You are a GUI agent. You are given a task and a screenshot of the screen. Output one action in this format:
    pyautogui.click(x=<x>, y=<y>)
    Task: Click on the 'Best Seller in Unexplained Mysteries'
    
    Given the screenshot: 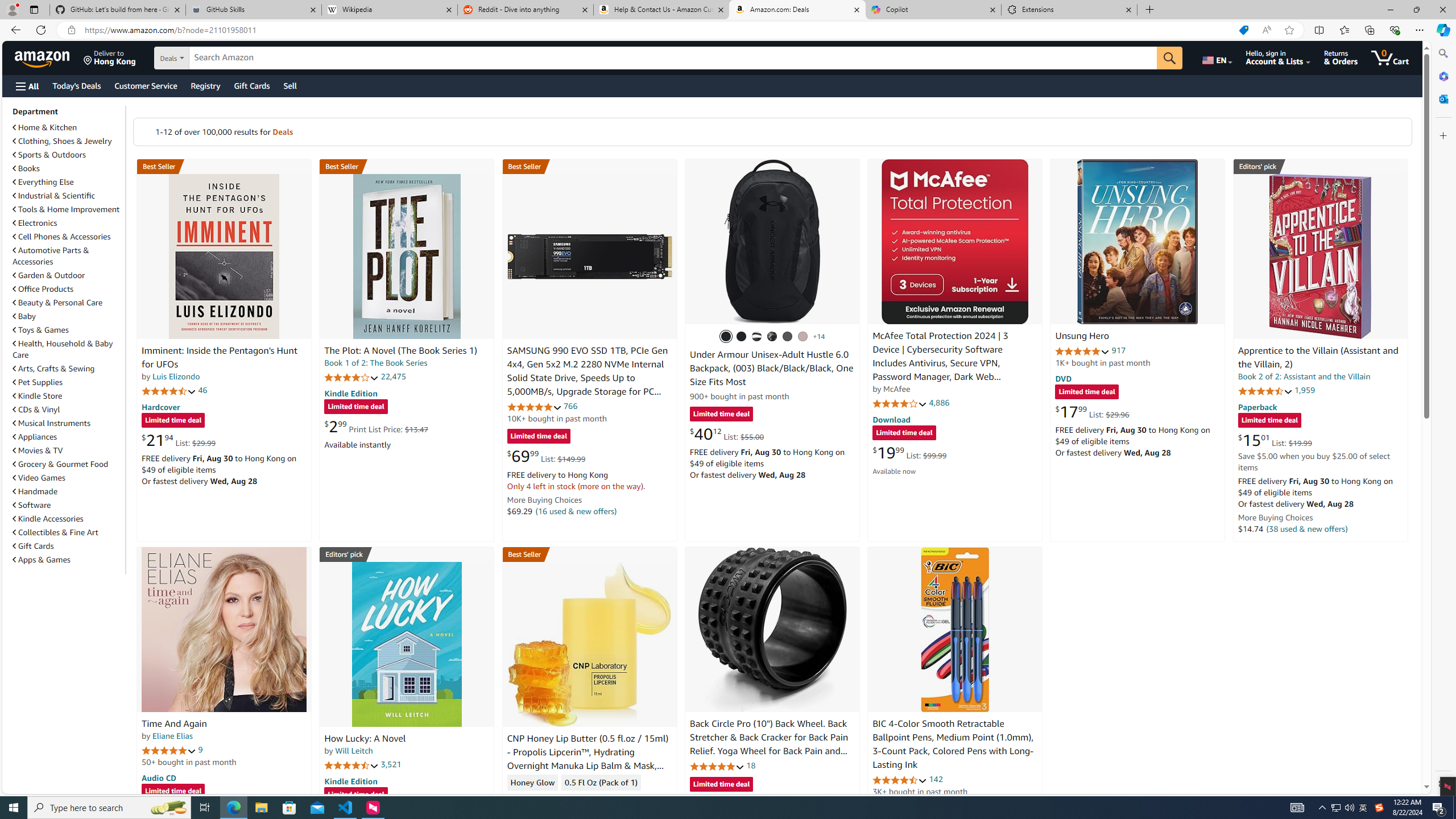 What is the action you would take?
    pyautogui.click(x=224, y=166)
    